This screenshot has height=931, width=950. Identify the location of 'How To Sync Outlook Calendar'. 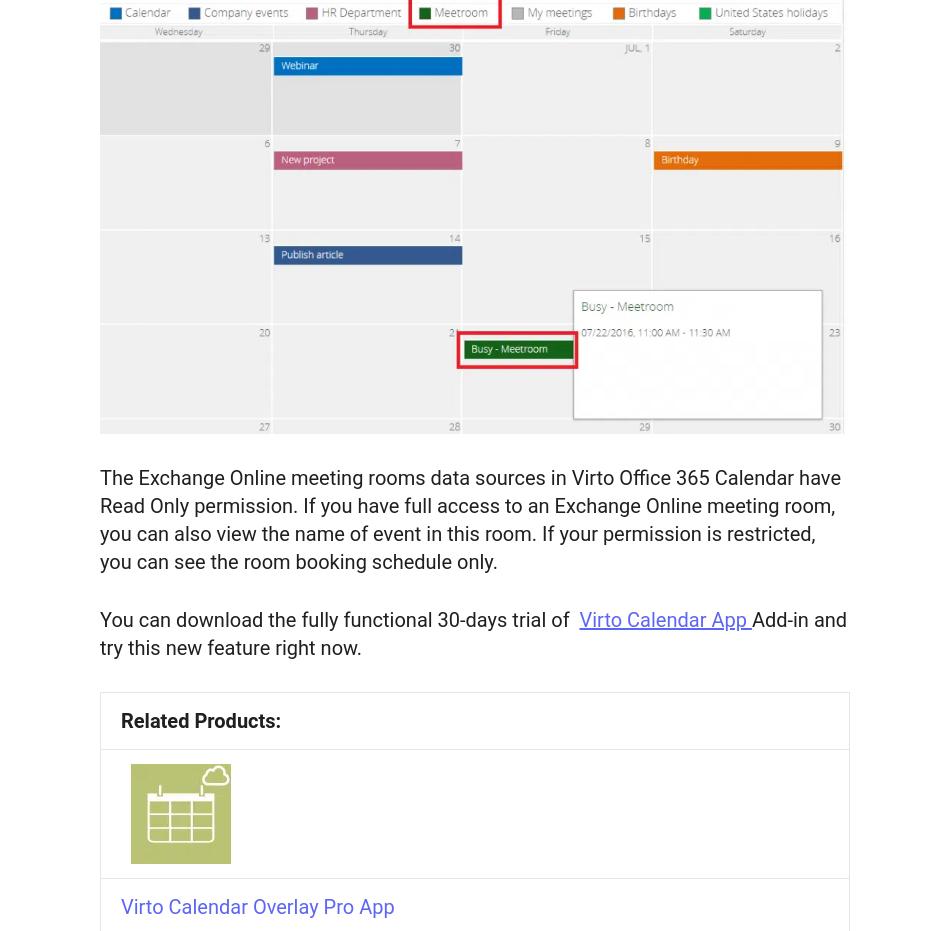
(142, 632).